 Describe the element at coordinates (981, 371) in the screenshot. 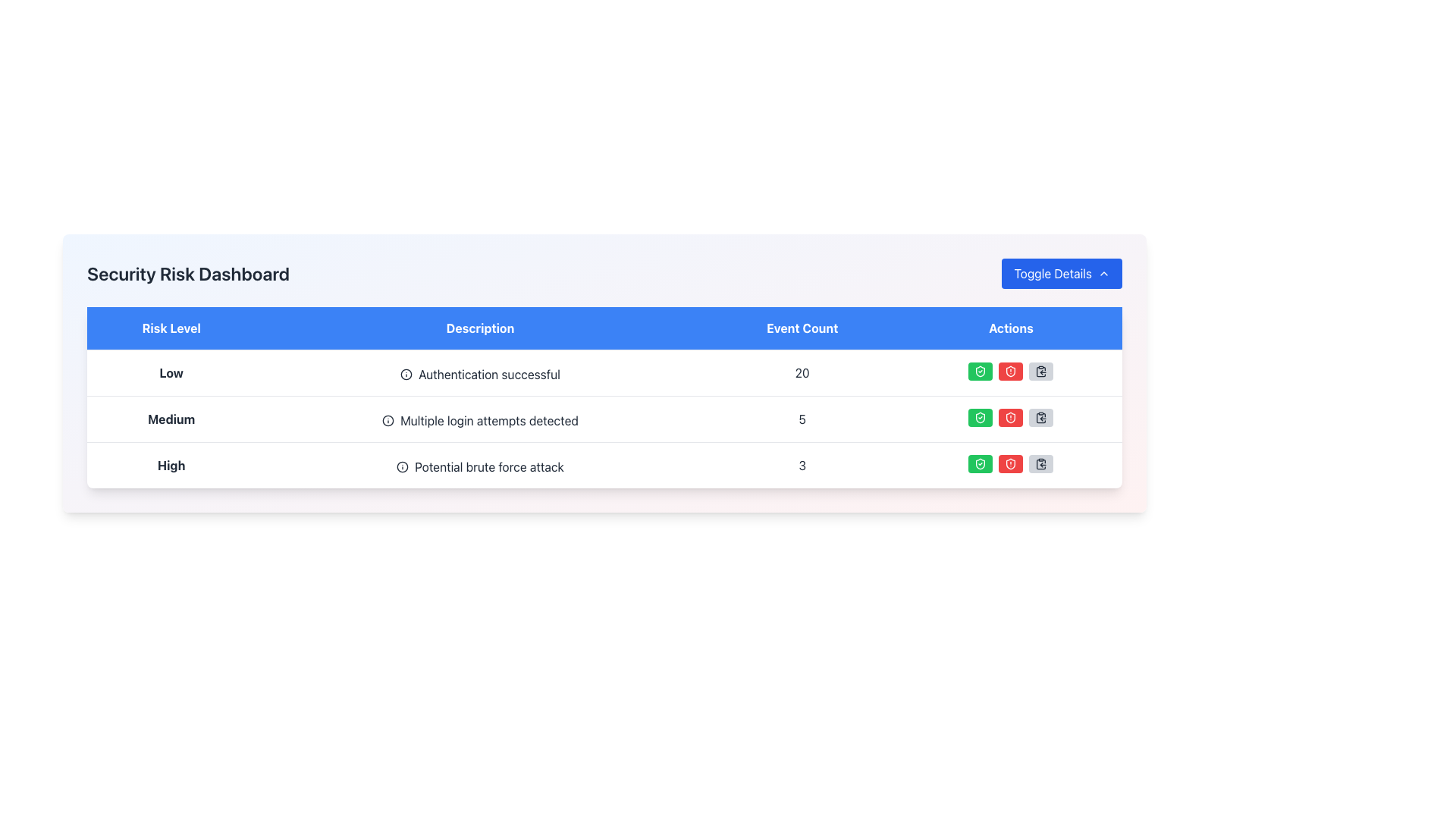

I see `the first button in the 'Actions' column of the data table to approve or confirm the item in the row` at that location.